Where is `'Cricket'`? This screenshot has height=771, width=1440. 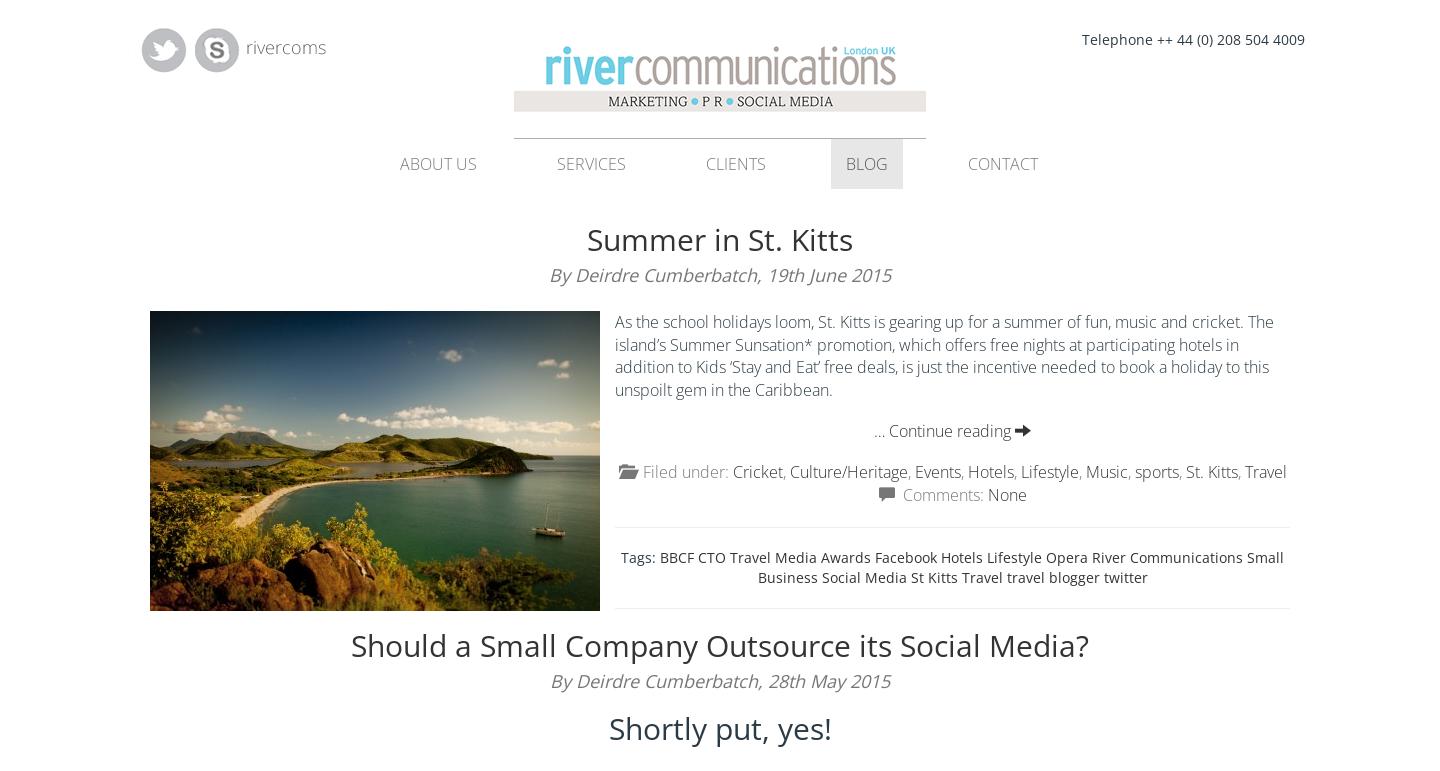 'Cricket' is located at coordinates (756, 471).